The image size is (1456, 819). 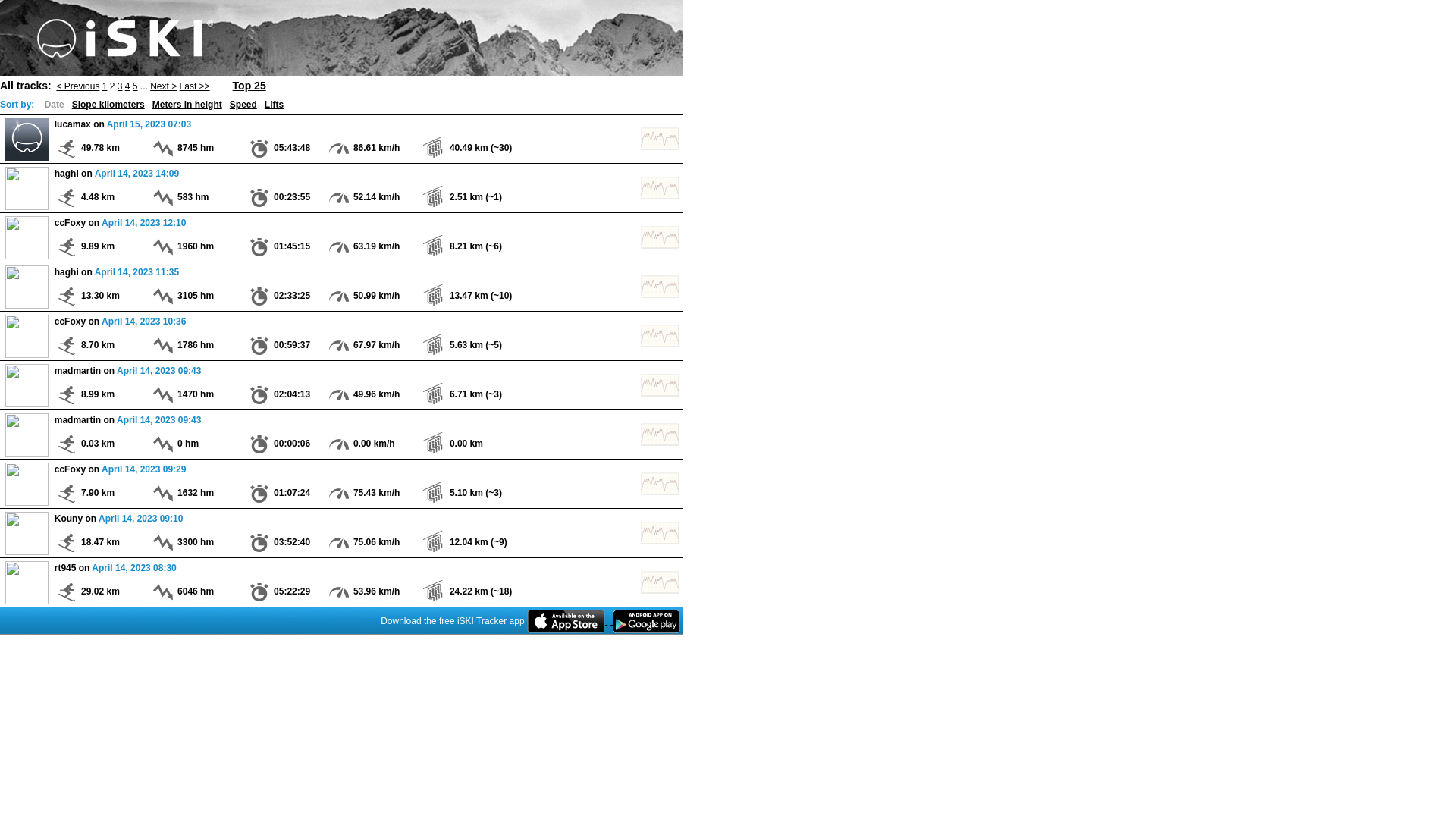 What do you see at coordinates (249, 84) in the screenshot?
I see `'Top 25'` at bounding box center [249, 84].